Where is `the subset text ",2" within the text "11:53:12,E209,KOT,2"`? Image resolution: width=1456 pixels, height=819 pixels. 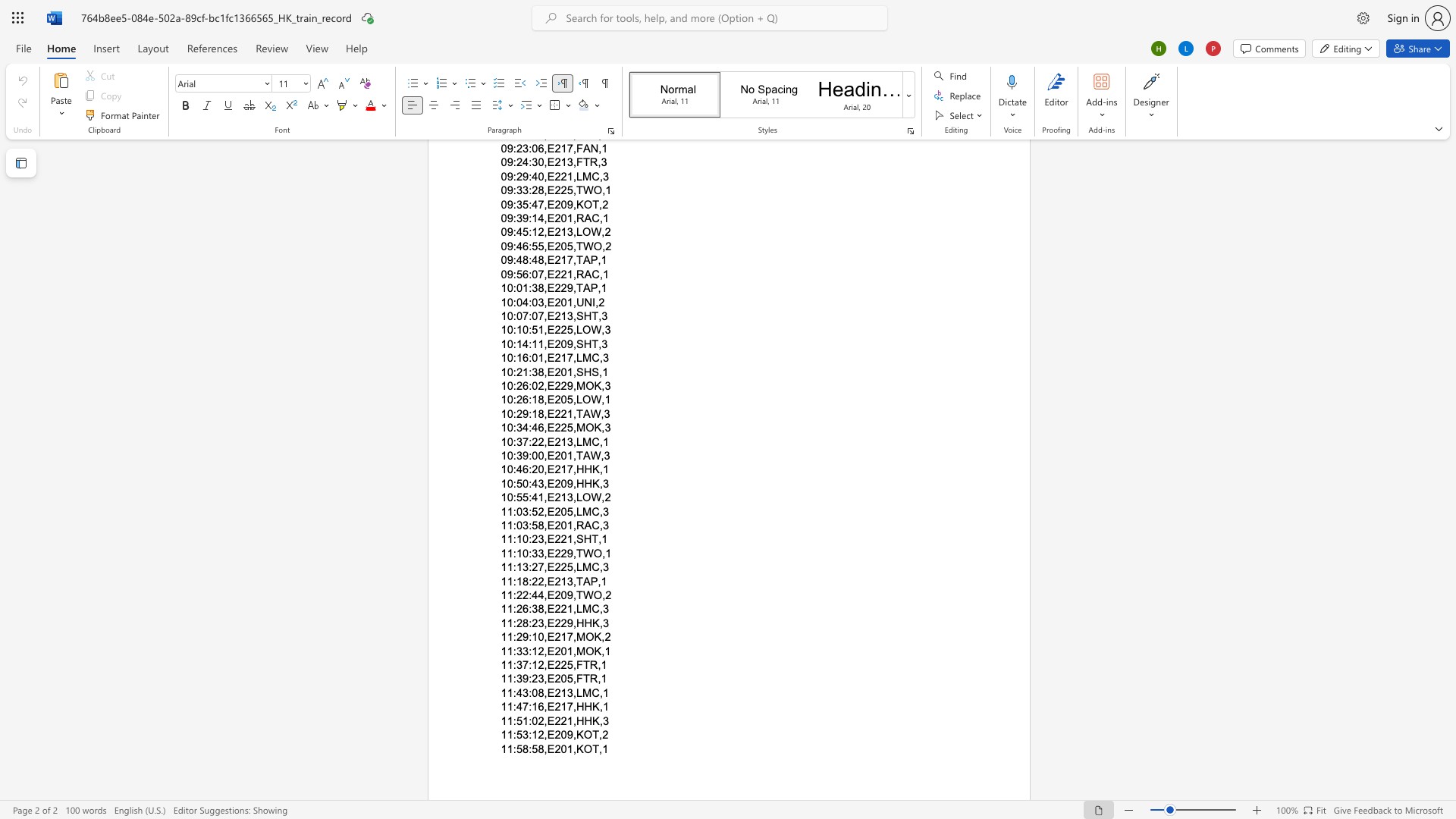 the subset text ",2" within the text "11:53:12,E209,KOT,2" is located at coordinates (598, 734).